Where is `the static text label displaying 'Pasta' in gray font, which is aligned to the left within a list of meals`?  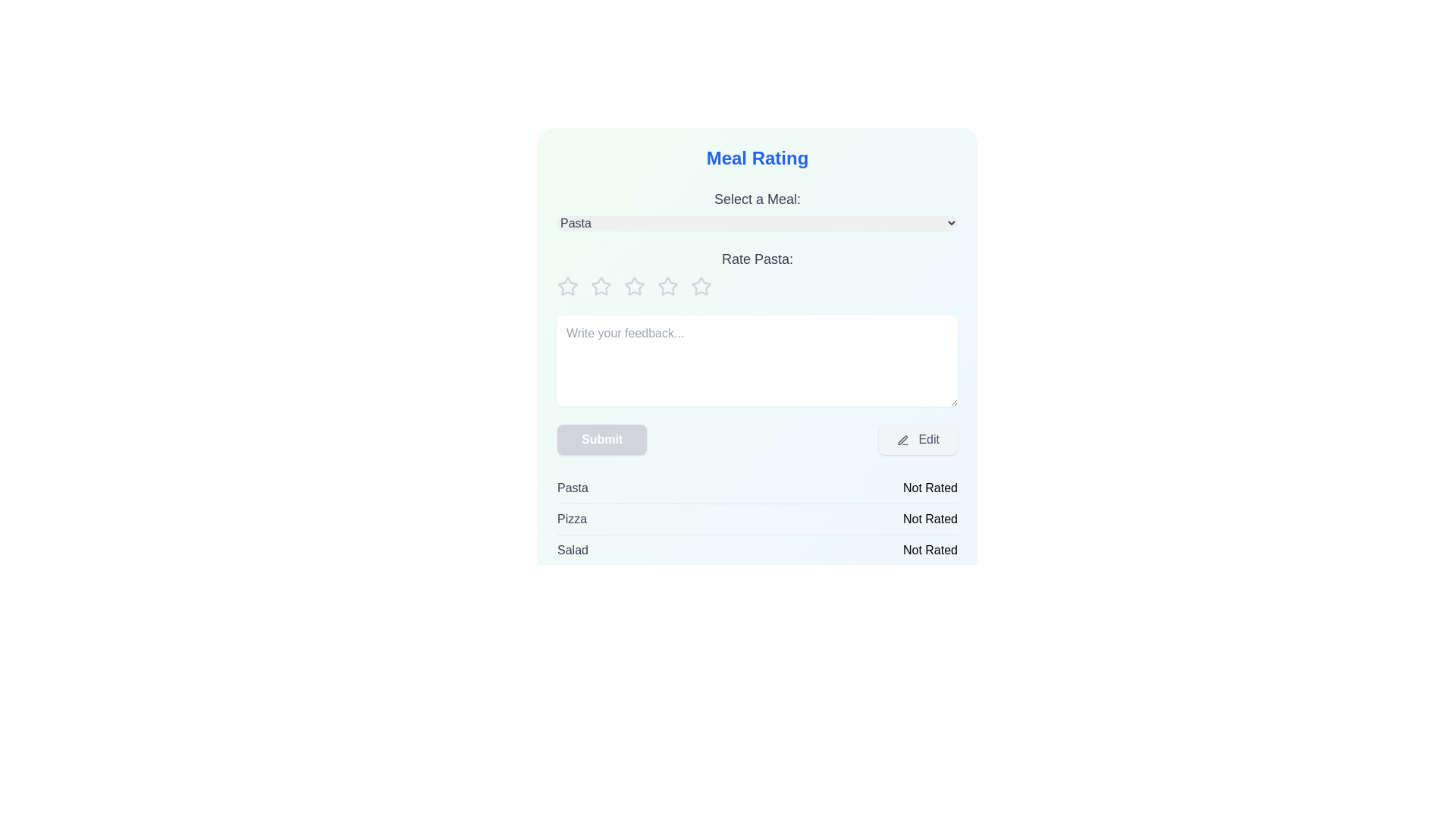
the static text label displaying 'Pasta' in gray font, which is aligned to the left within a list of meals is located at coordinates (572, 488).